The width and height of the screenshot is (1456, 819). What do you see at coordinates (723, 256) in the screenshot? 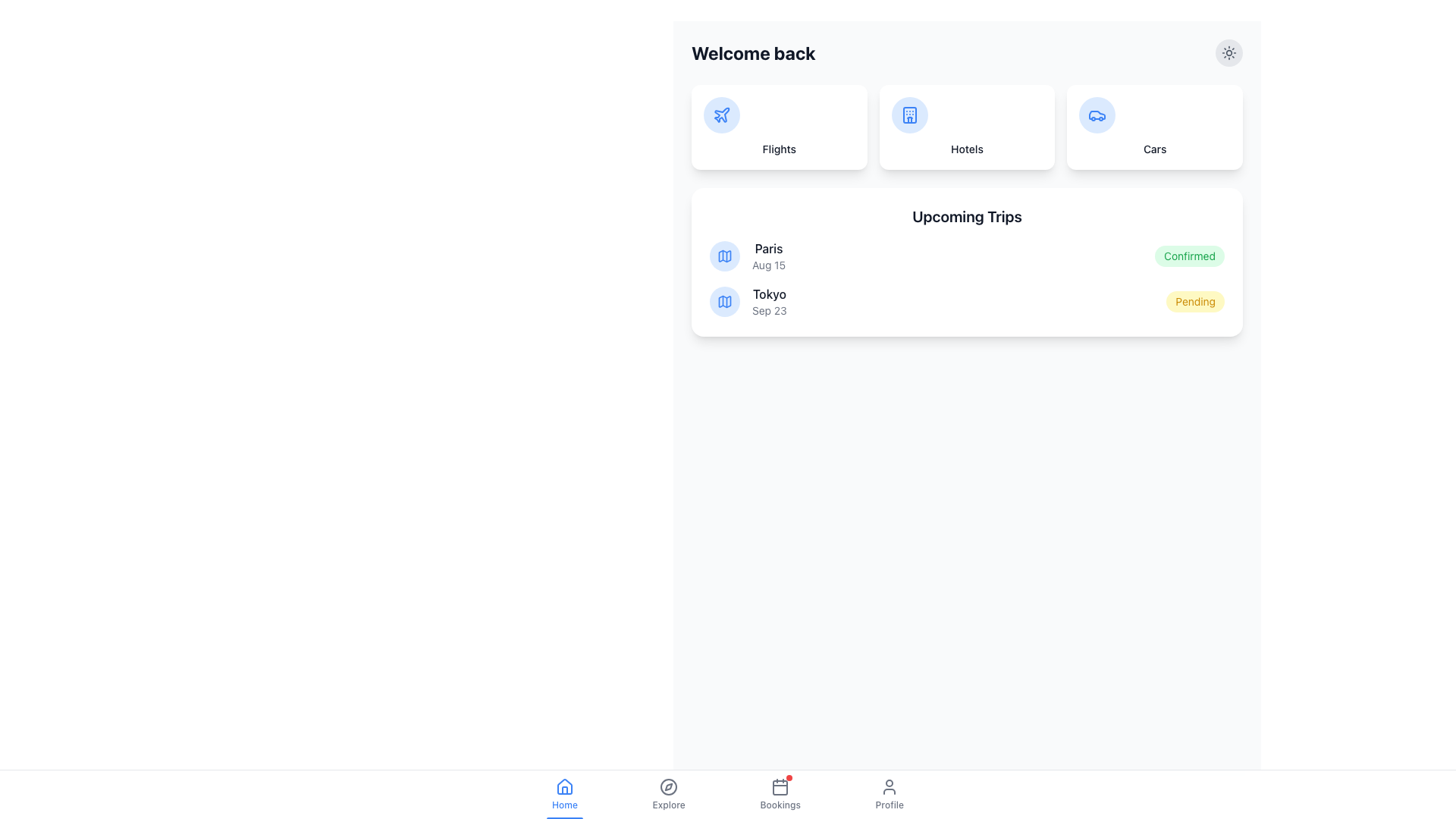
I see `the map icon located beneath the 'Upcoming Trips' section, which represents the 'Tokyo' trip` at bounding box center [723, 256].